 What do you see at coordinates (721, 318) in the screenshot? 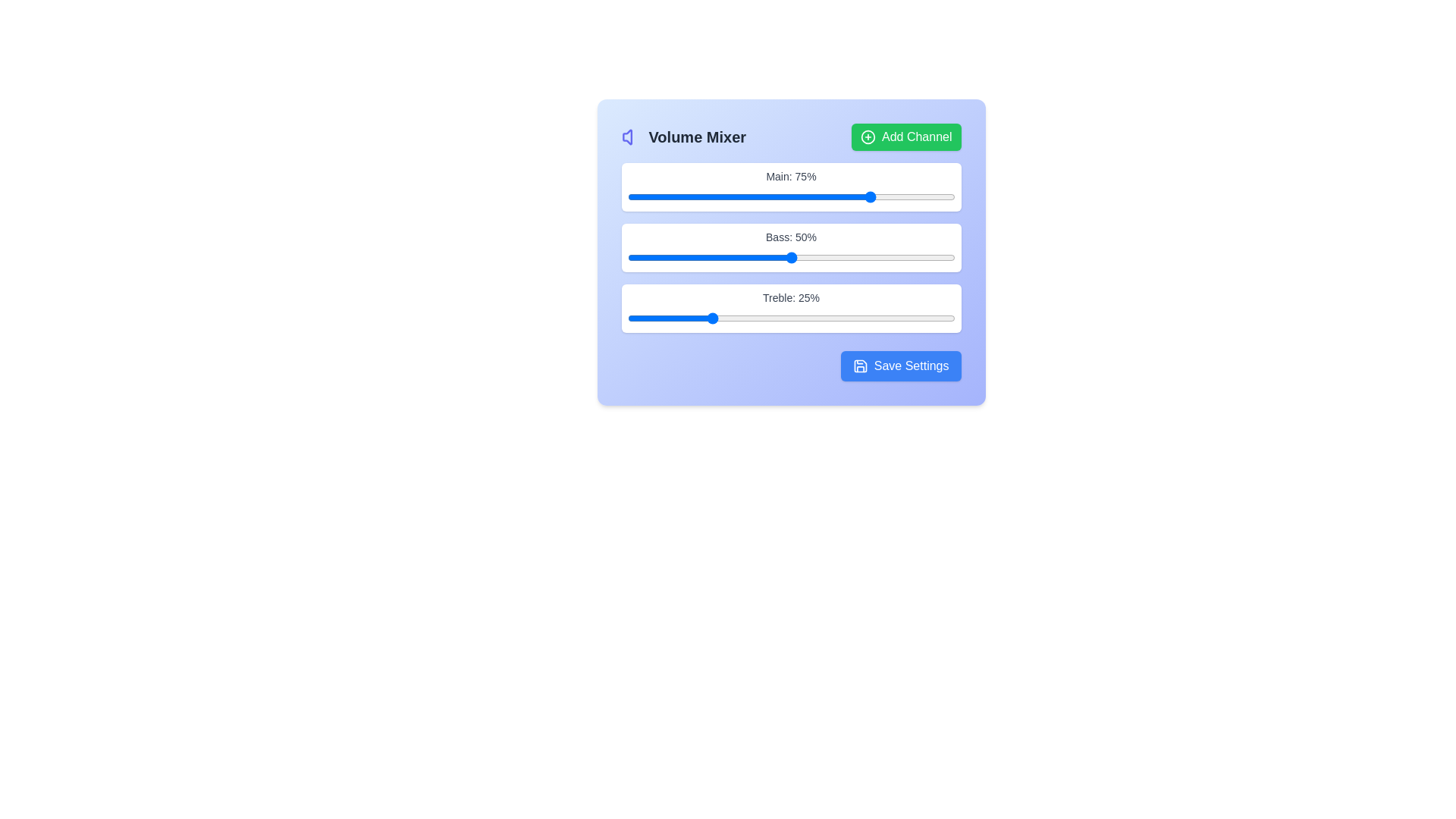
I see `treble` at bounding box center [721, 318].